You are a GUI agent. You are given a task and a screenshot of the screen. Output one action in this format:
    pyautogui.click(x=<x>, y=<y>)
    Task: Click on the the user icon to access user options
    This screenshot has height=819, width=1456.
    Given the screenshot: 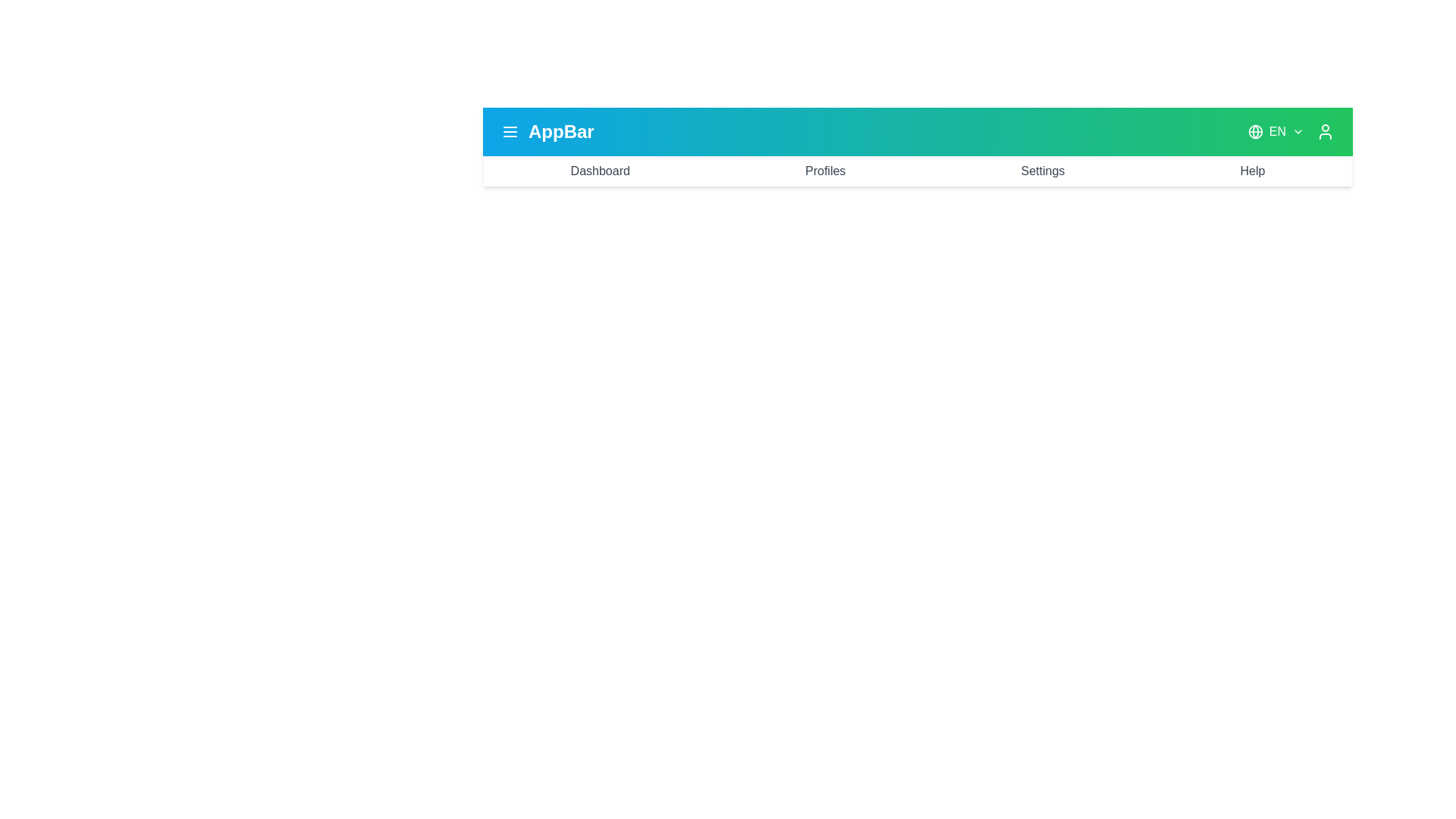 What is the action you would take?
    pyautogui.click(x=1324, y=130)
    